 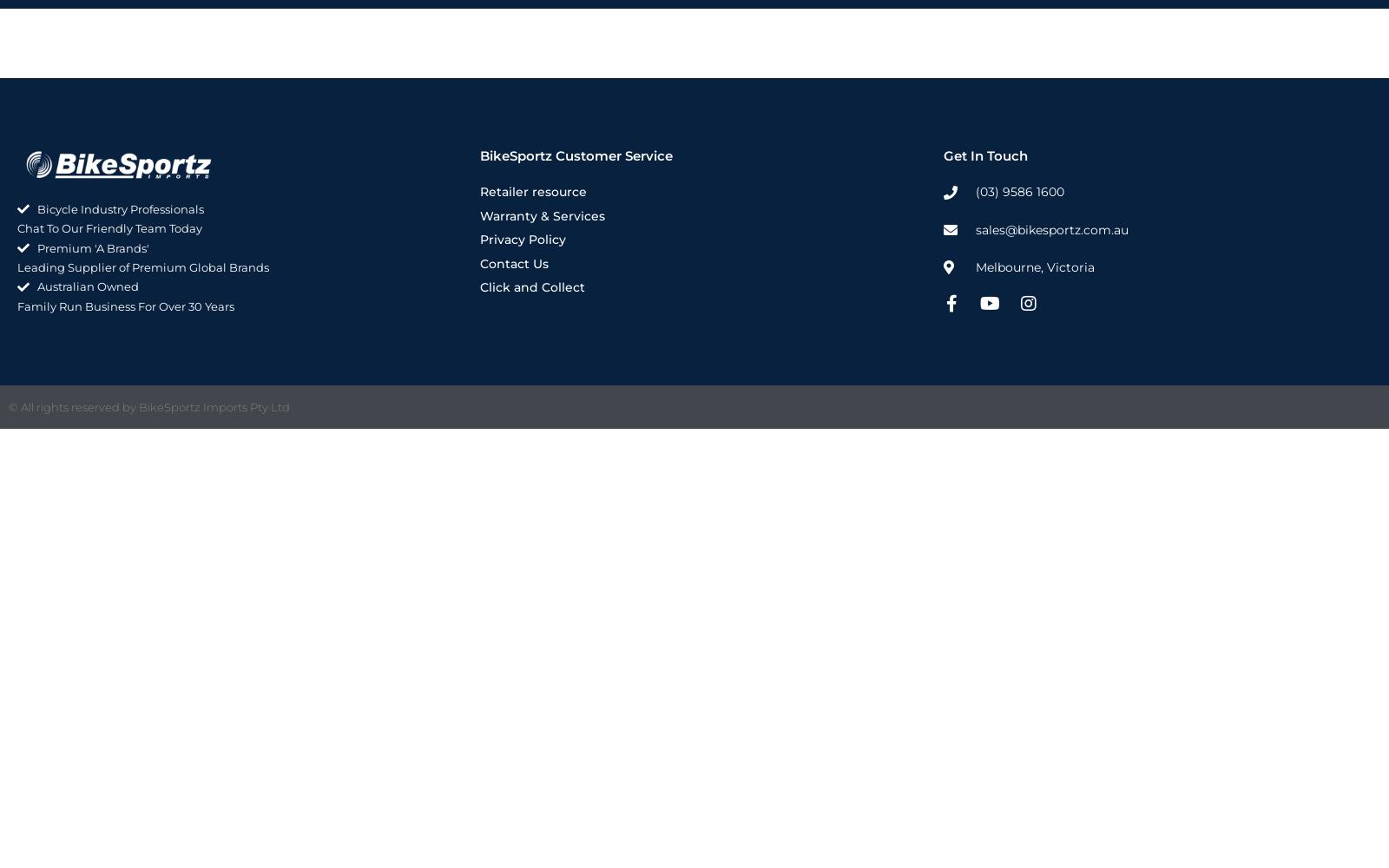 What do you see at coordinates (533, 191) in the screenshot?
I see `'Retailer resource'` at bounding box center [533, 191].